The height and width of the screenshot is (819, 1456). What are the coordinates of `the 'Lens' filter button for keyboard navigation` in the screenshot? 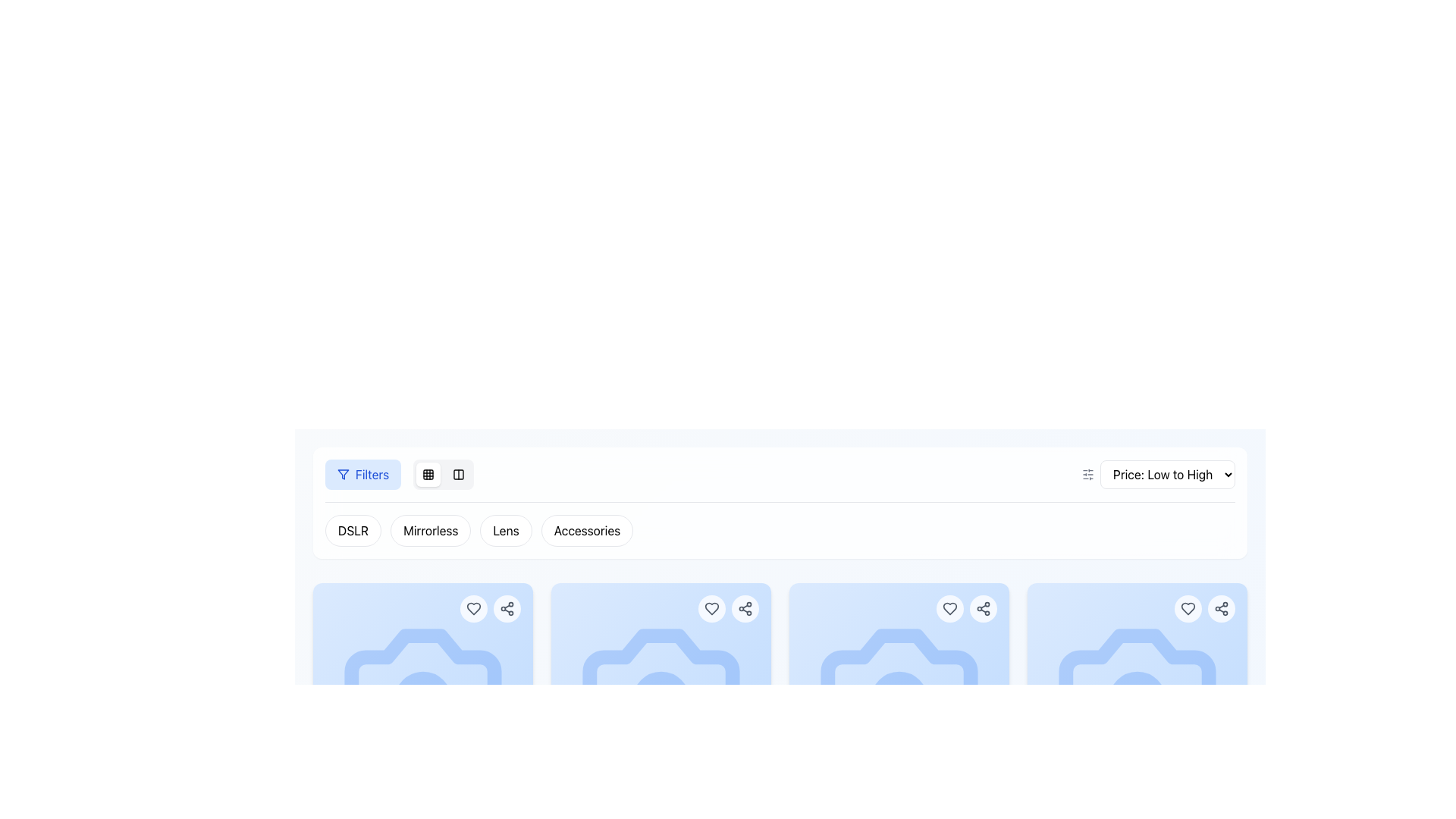 It's located at (506, 529).